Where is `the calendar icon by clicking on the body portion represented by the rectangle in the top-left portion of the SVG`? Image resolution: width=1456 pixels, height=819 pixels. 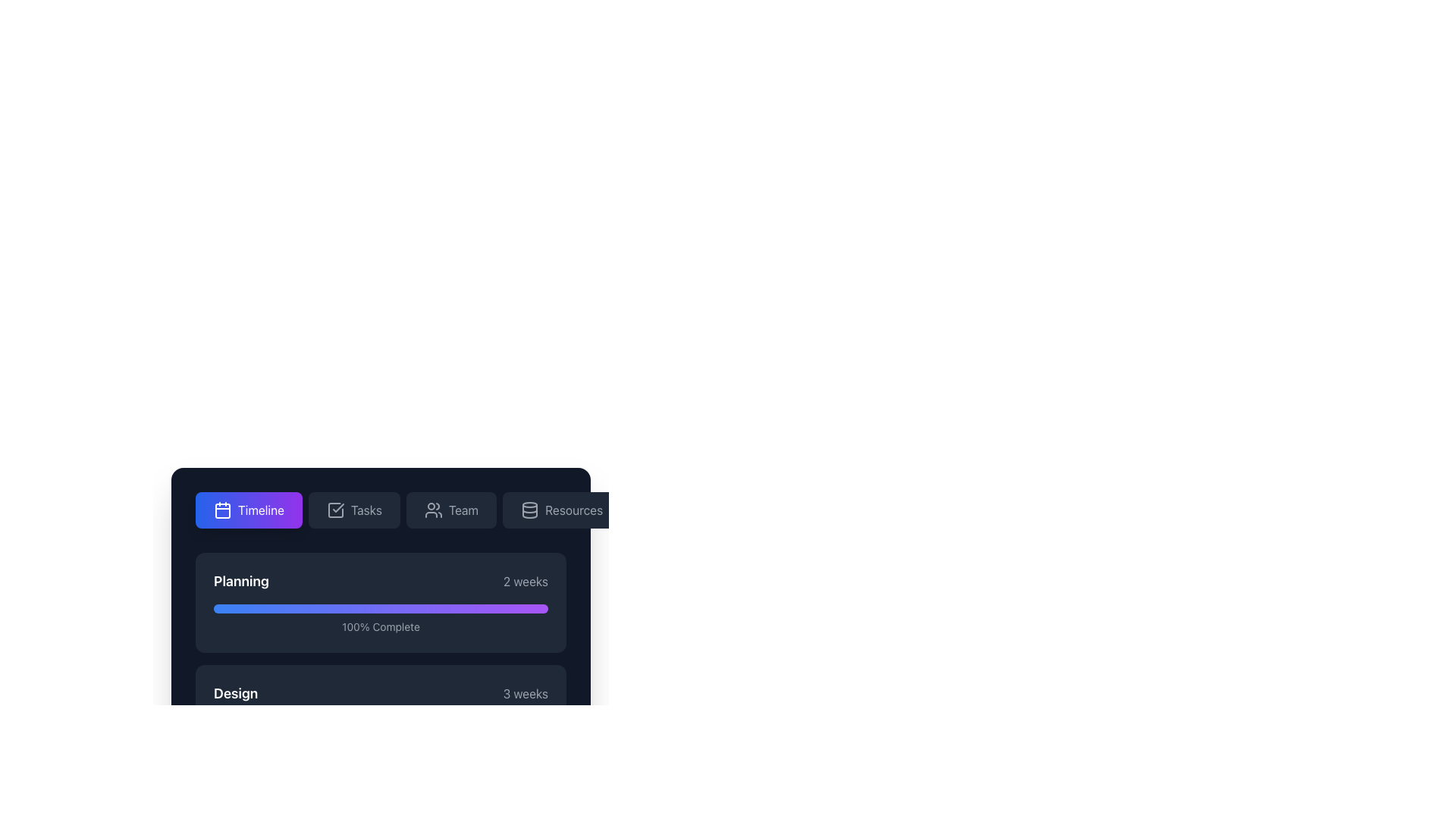
the calendar icon by clicking on the body portion represented by the rectangle in the top-left portion of the SVG is located at coordinates (221, 511).